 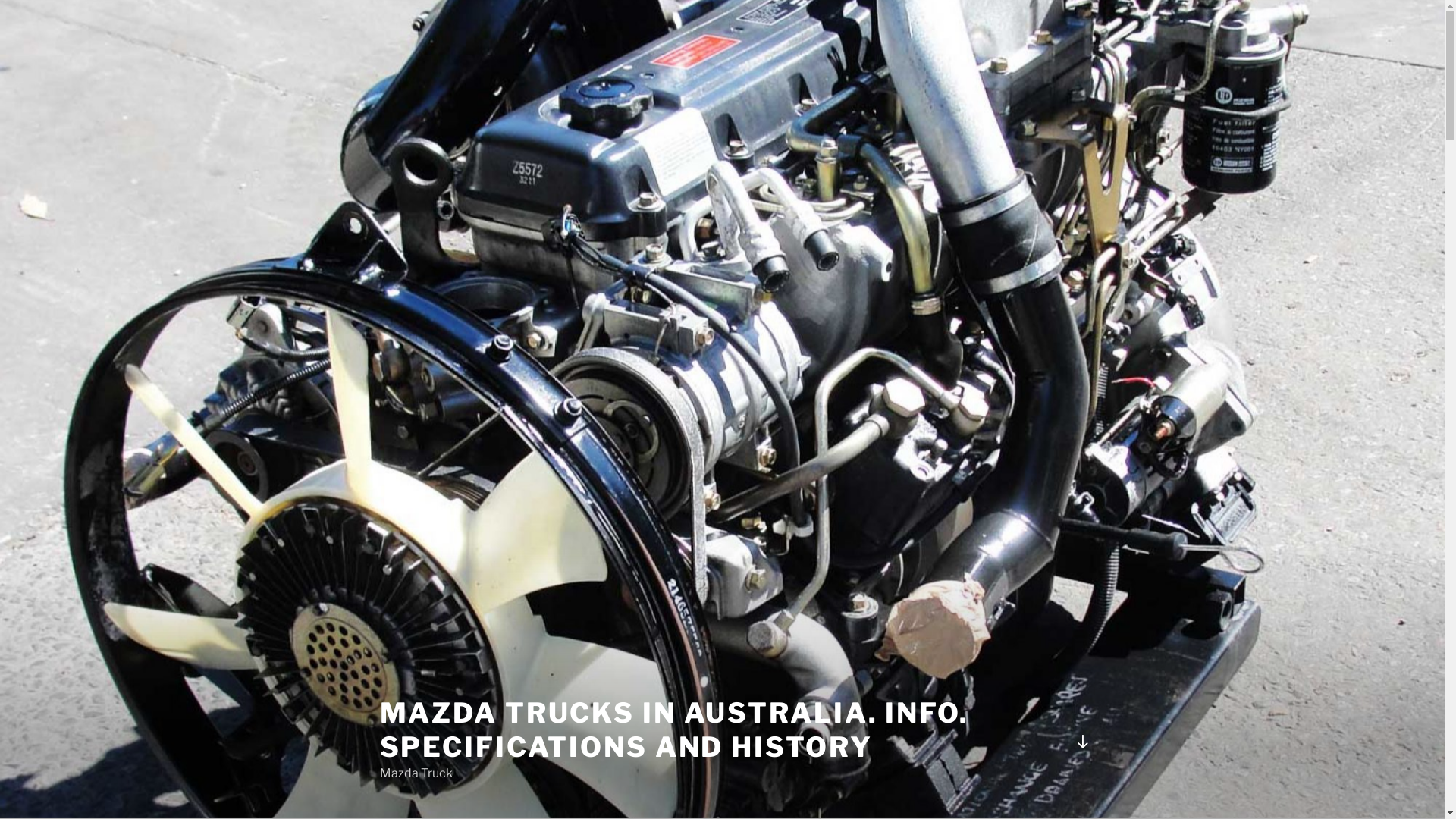 What do you see at coordinates (1081, 741) in the screenshot?
I see `'Scroll down to content'` at bounding box center [1081, 741].